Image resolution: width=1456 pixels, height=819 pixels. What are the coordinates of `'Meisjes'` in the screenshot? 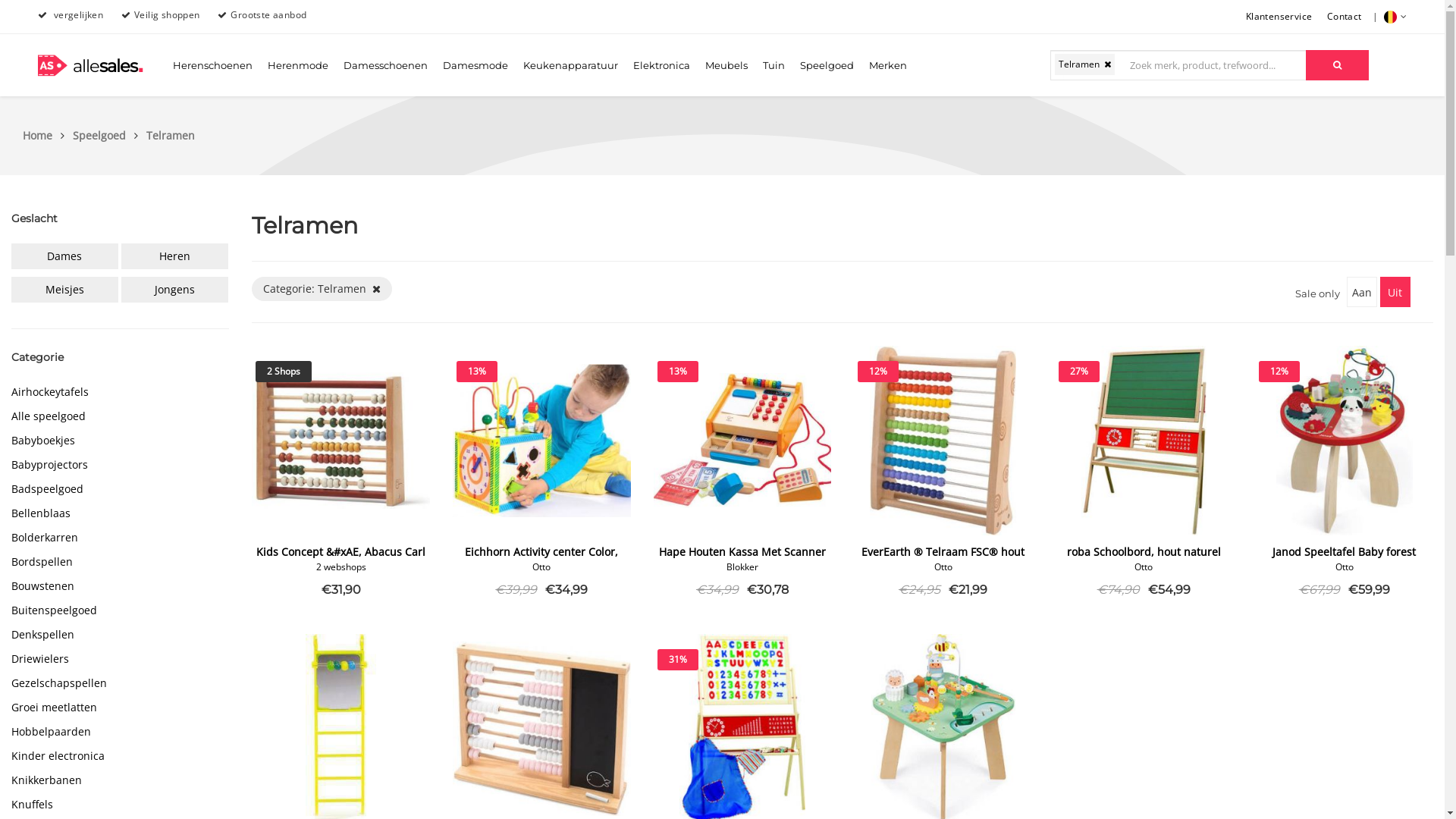 It's located at (64, 289).